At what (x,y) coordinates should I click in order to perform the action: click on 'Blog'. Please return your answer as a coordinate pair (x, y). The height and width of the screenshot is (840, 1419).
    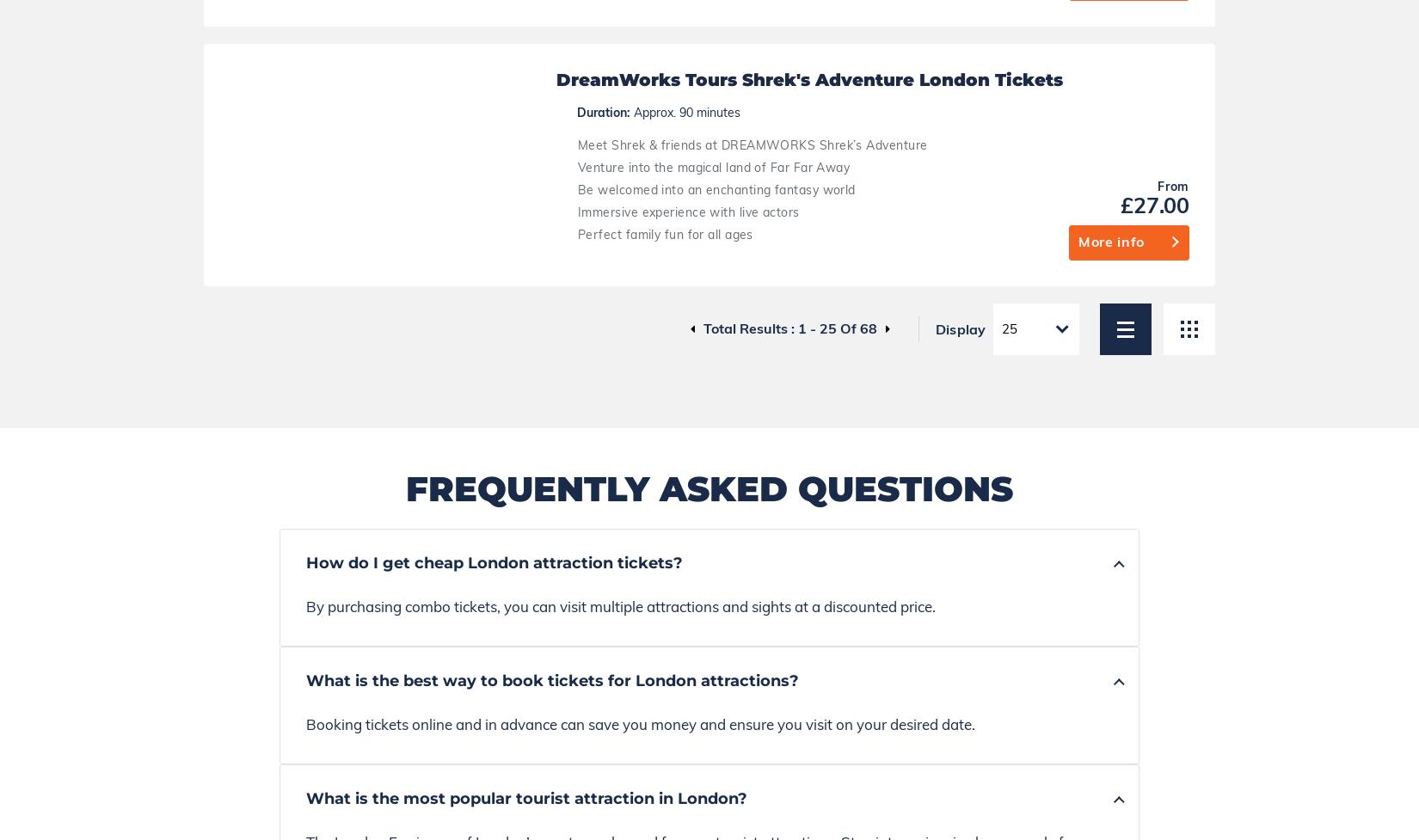
    Looking at the image, I should click on (550, 621).